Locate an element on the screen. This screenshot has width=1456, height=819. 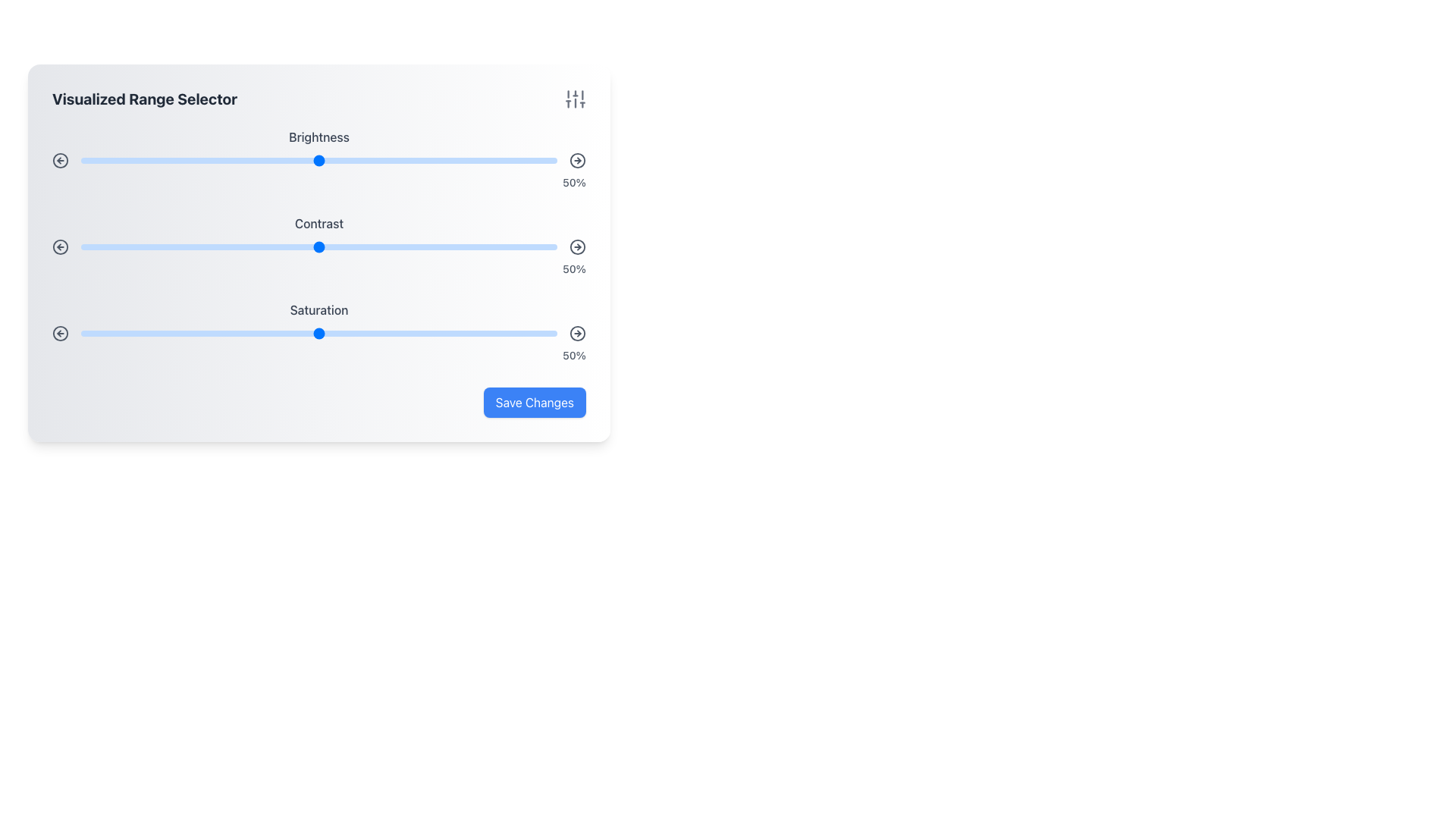
the value of the contrast slider is located at coordinates (404, 246).